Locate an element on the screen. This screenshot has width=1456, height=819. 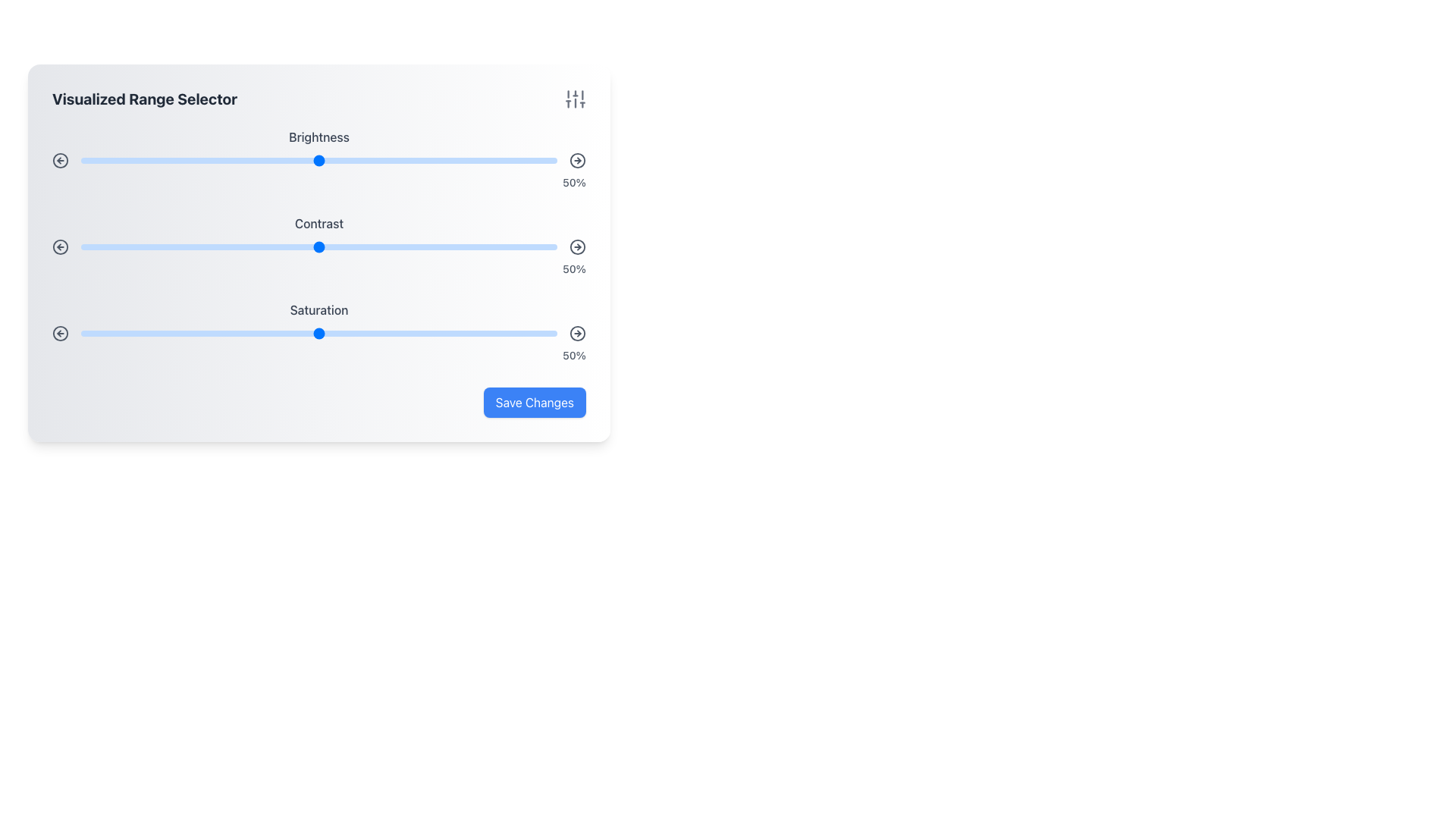
the value of the contrast slider is located at coordinates (404, 246).